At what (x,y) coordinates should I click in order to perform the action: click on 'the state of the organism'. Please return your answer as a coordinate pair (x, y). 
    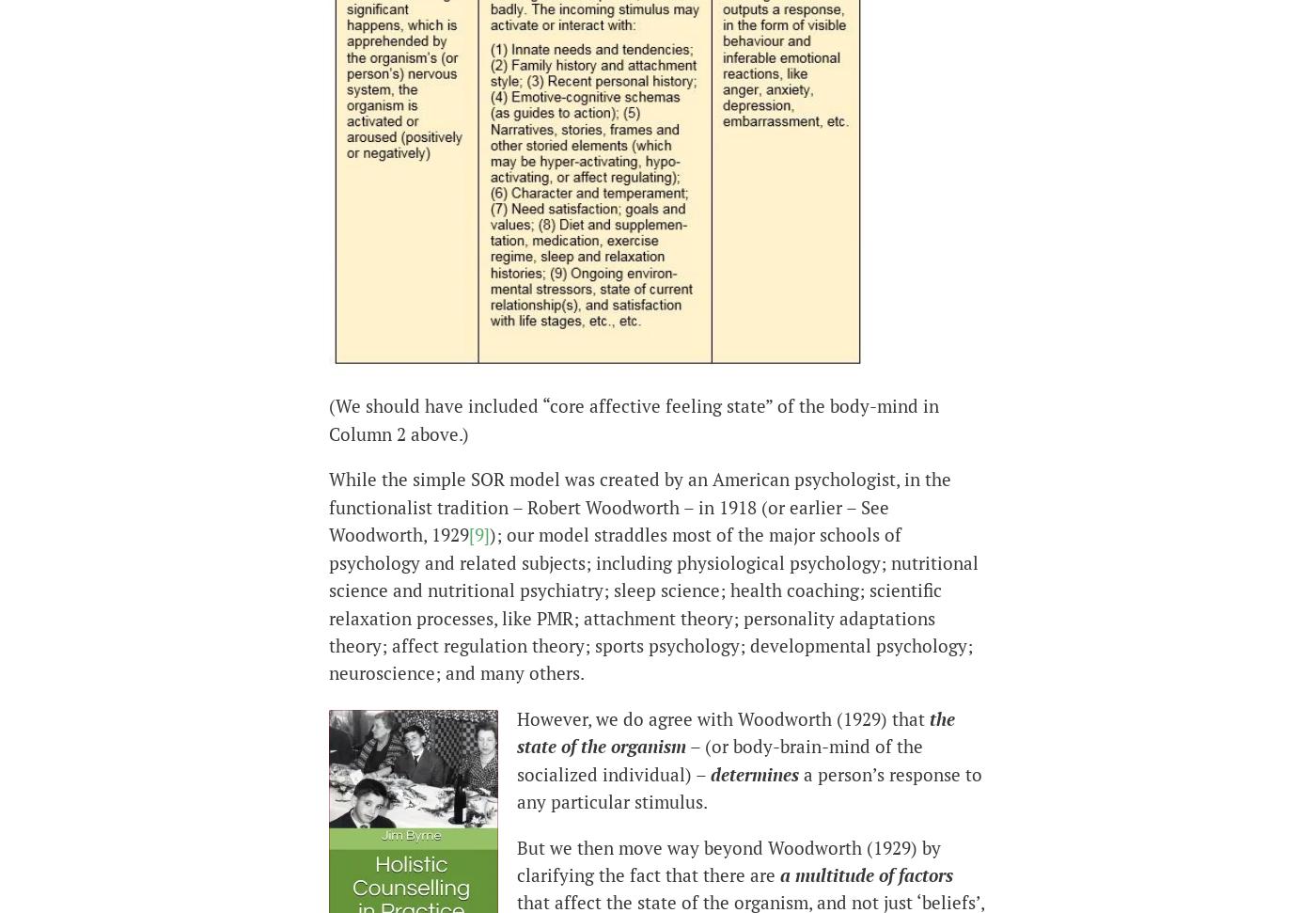
    Looking at the image, I should click on (517, 732).